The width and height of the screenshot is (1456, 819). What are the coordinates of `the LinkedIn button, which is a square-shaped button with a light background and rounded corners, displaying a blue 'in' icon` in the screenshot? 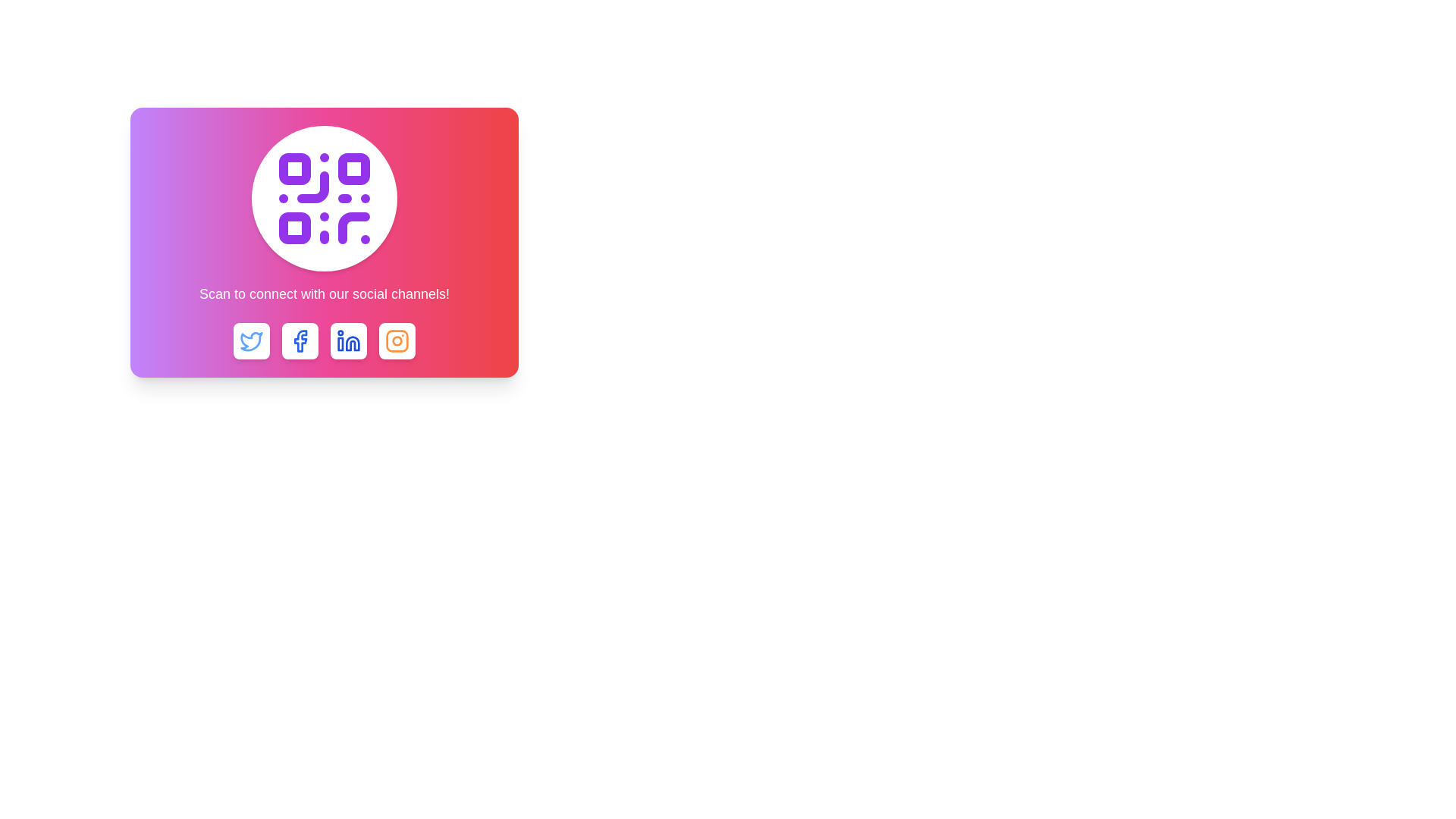 It's located at (348, 341).